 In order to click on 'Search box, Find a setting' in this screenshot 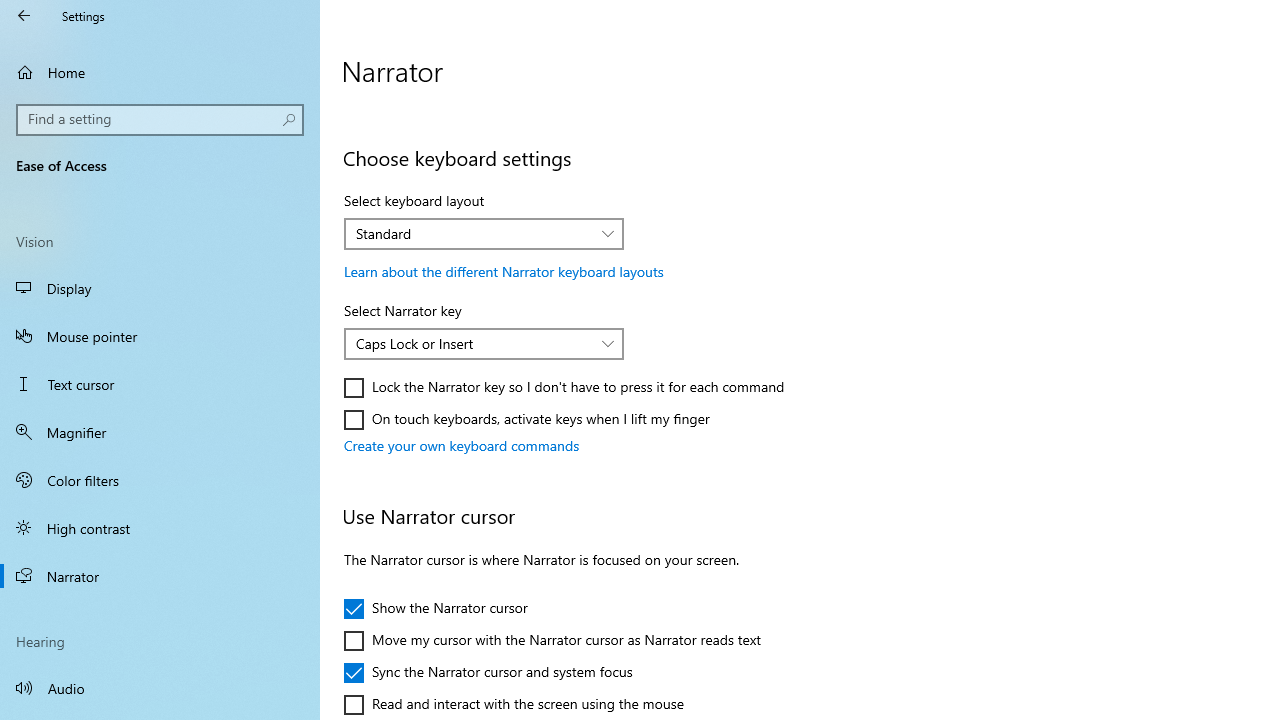, I will do `click(160, 119)`.